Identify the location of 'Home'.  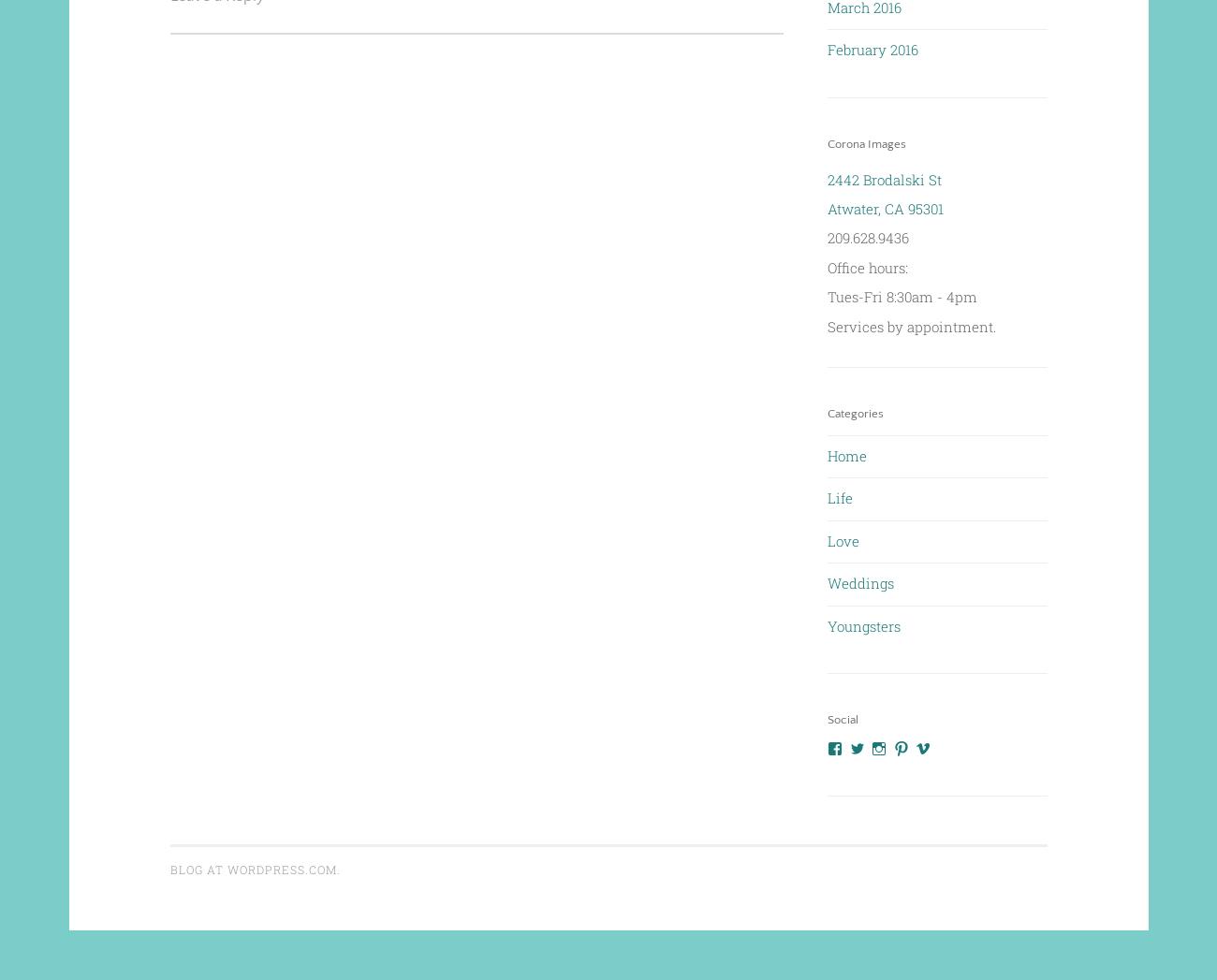
(846, 454).